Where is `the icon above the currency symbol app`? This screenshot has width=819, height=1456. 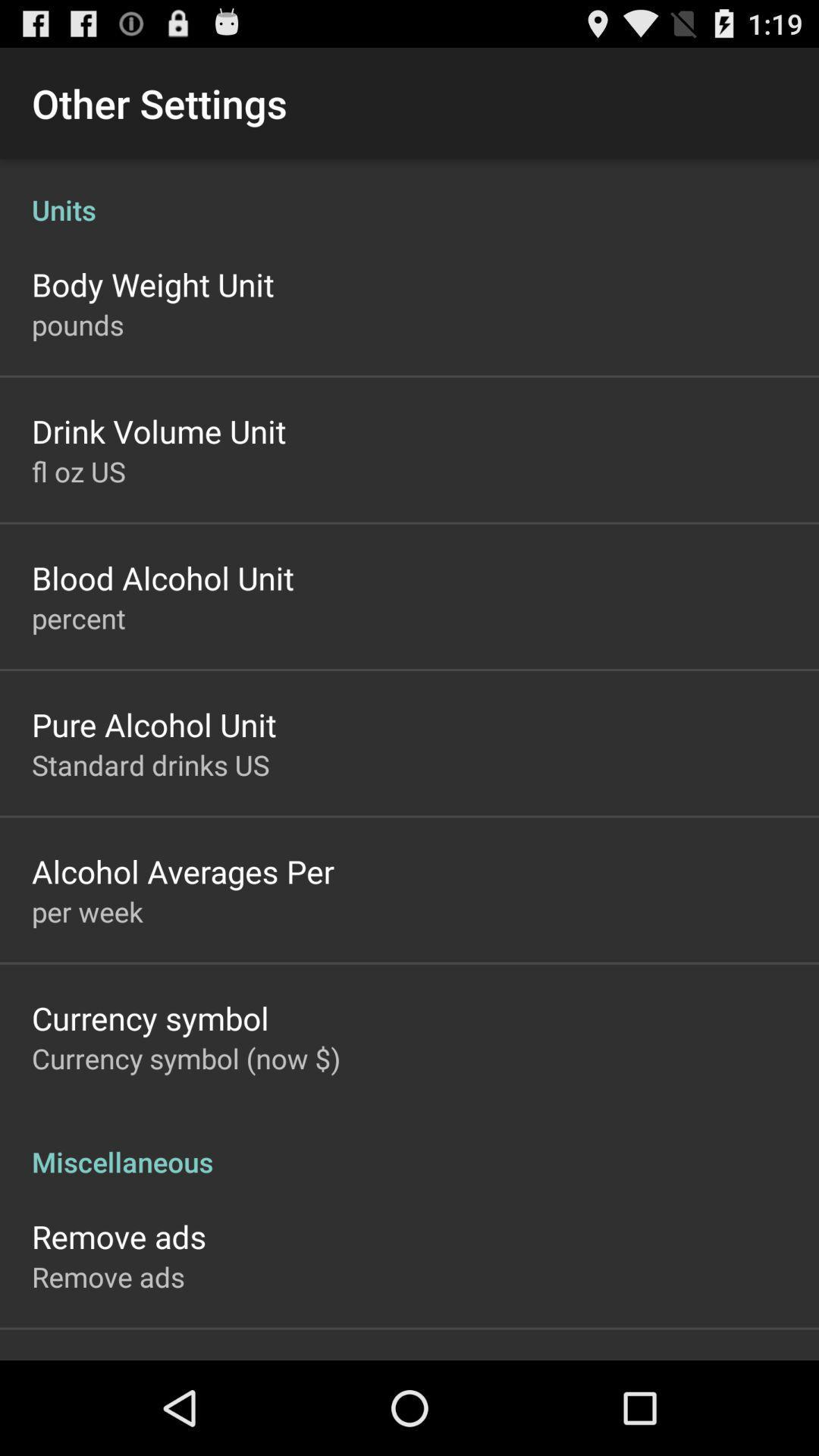 the icon above the currency symbol app is located at coordinates (87, 911).